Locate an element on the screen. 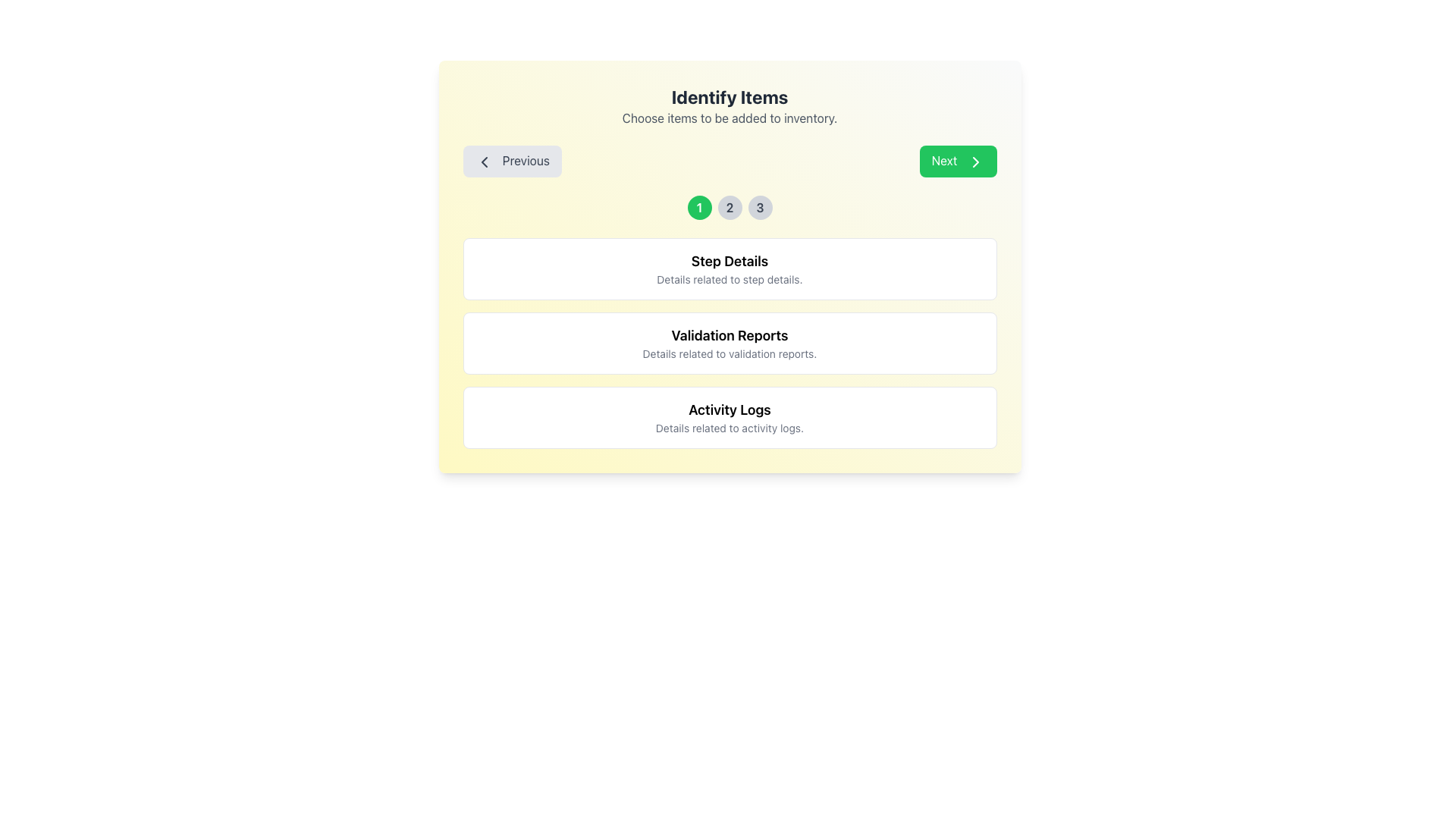 Image resolution: width=1456 pixels, height=819 pixels. the header text element that indicates the section for item identification, positioned above the 'Choose items to be added to inventory' text is located at coordinates (730, 96).